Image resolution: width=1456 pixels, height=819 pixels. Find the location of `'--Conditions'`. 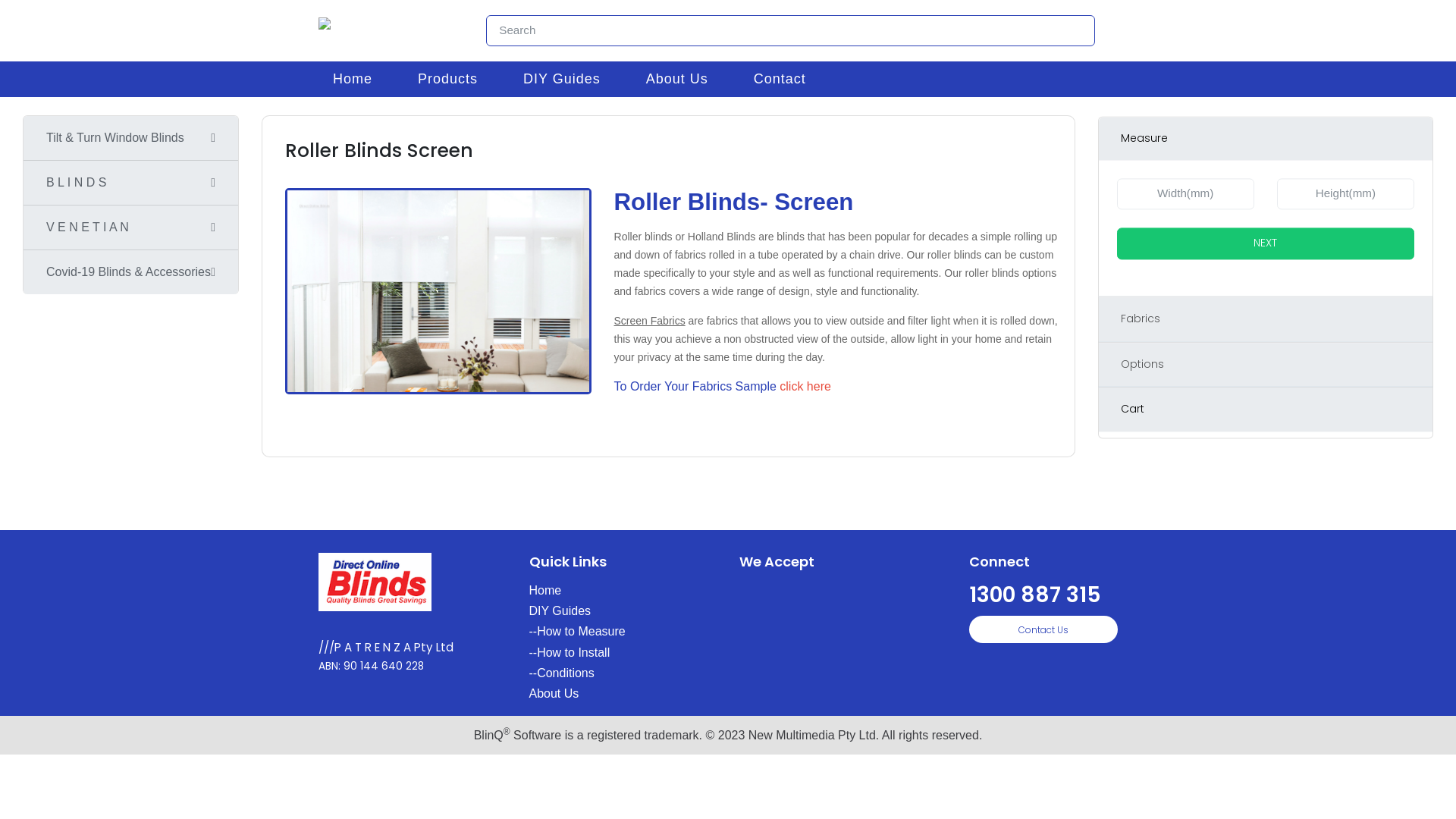

'--Conditions' is located at coordinates (529, 672).